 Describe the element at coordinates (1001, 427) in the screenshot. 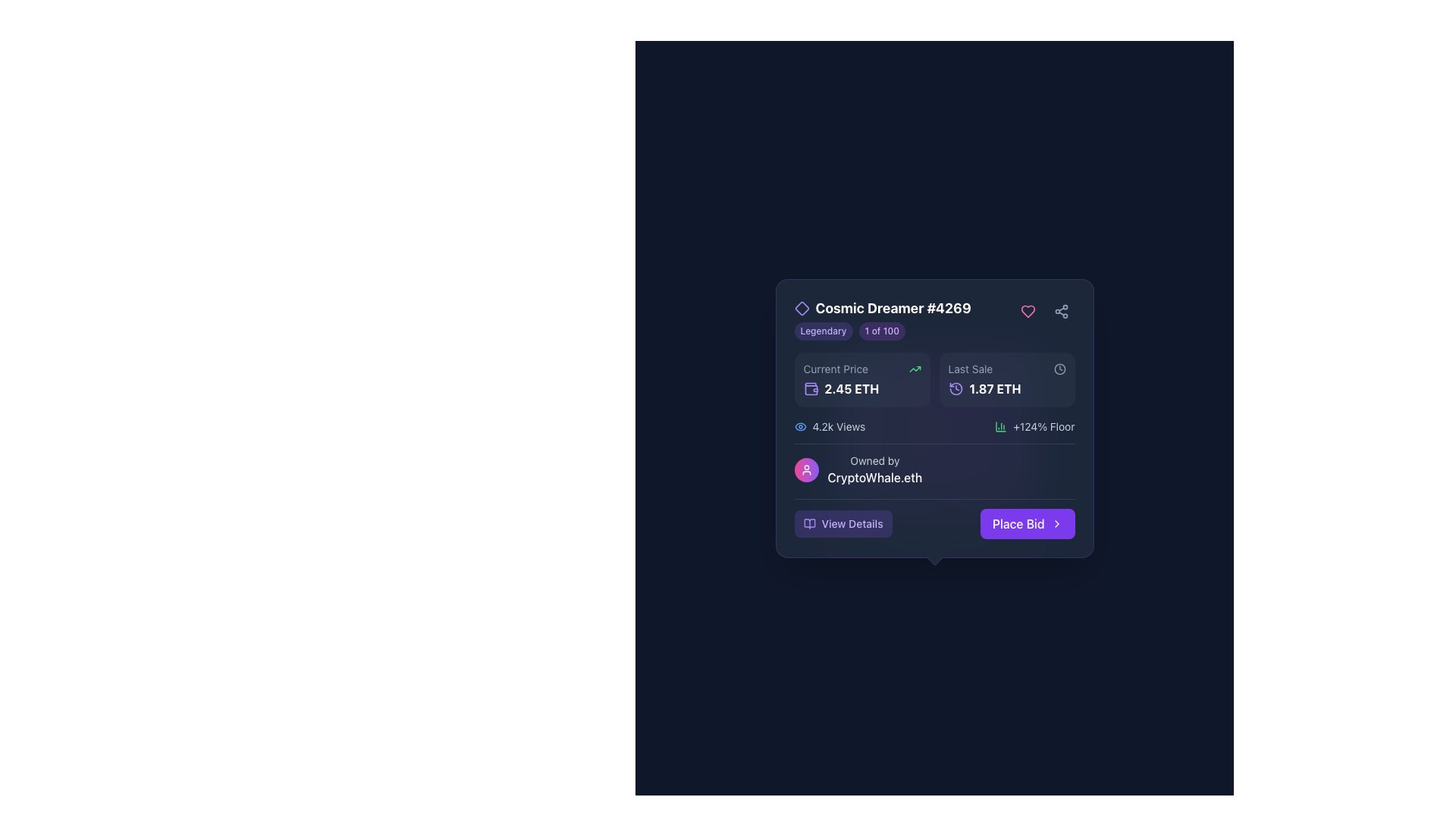

I see `leftmost vertical green bar of the column chart icon located at the top-right corner of the card displaying 'Cosmic Dreamer #4269'` at that location.